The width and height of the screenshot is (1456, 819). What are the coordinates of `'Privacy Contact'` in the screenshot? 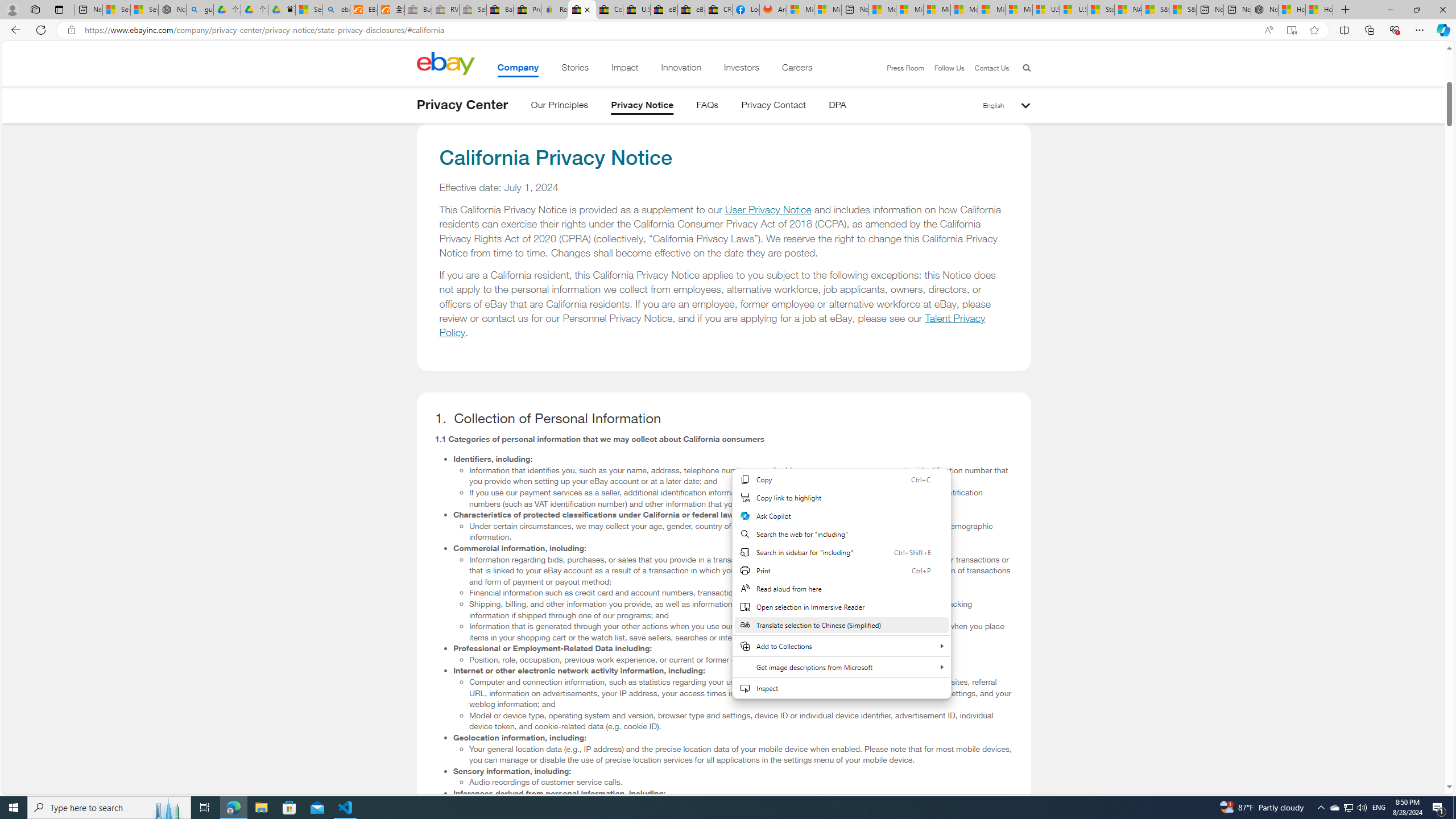 It's located at (773, 106).